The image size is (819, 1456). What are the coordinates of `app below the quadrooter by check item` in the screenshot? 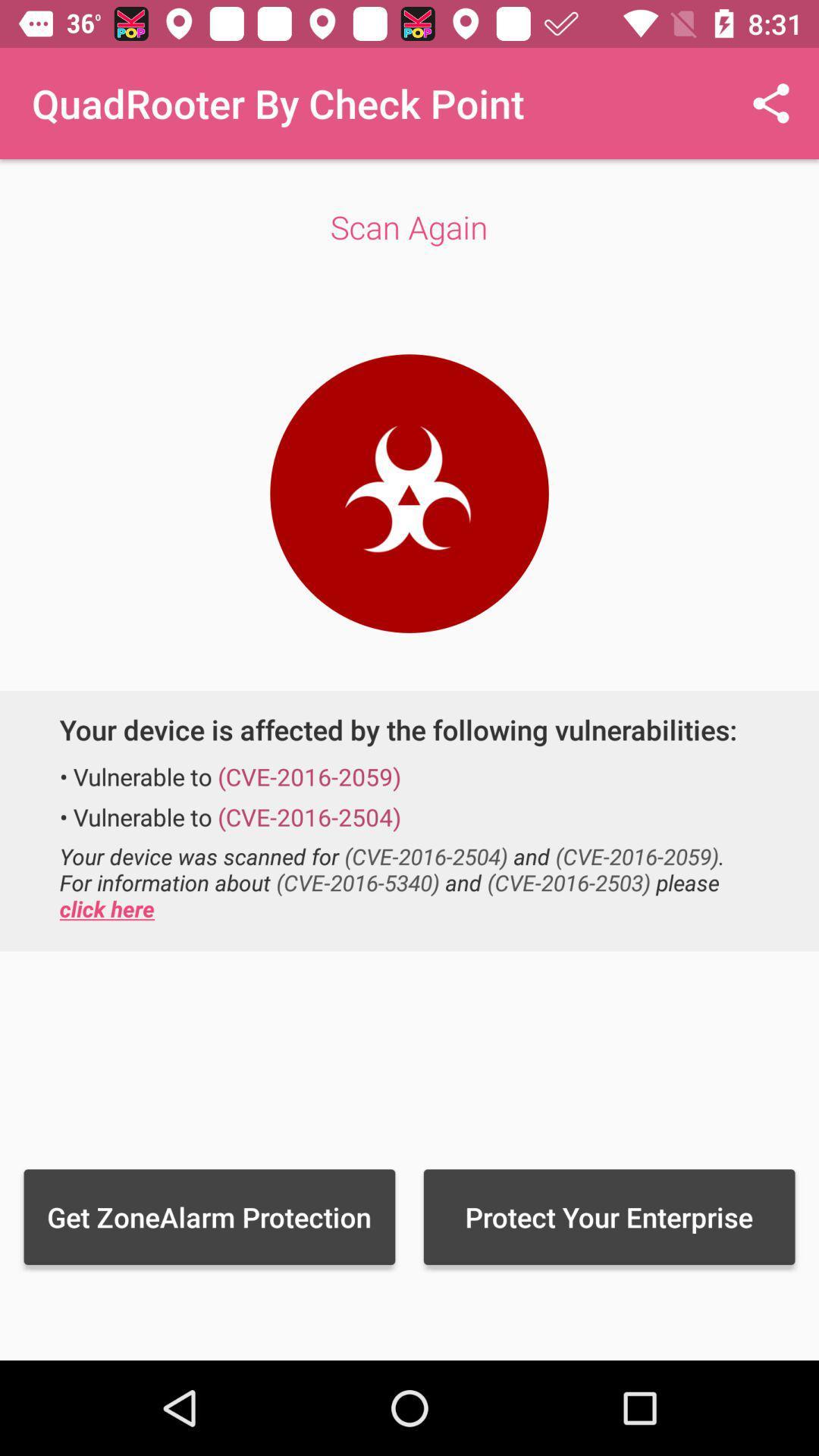 It's located at (408, 226).